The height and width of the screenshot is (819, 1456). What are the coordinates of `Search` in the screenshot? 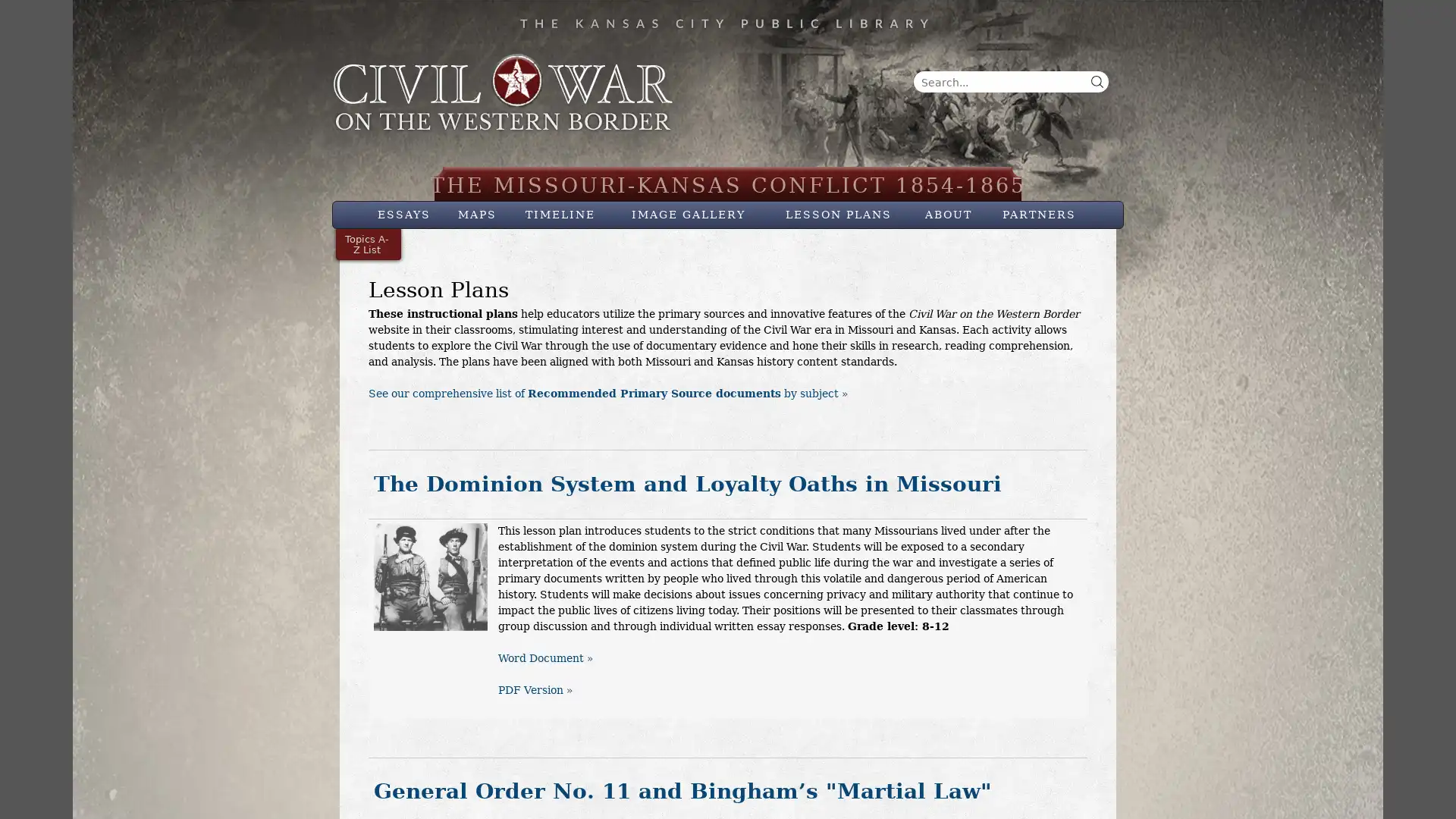 It's located at (1099, 82).